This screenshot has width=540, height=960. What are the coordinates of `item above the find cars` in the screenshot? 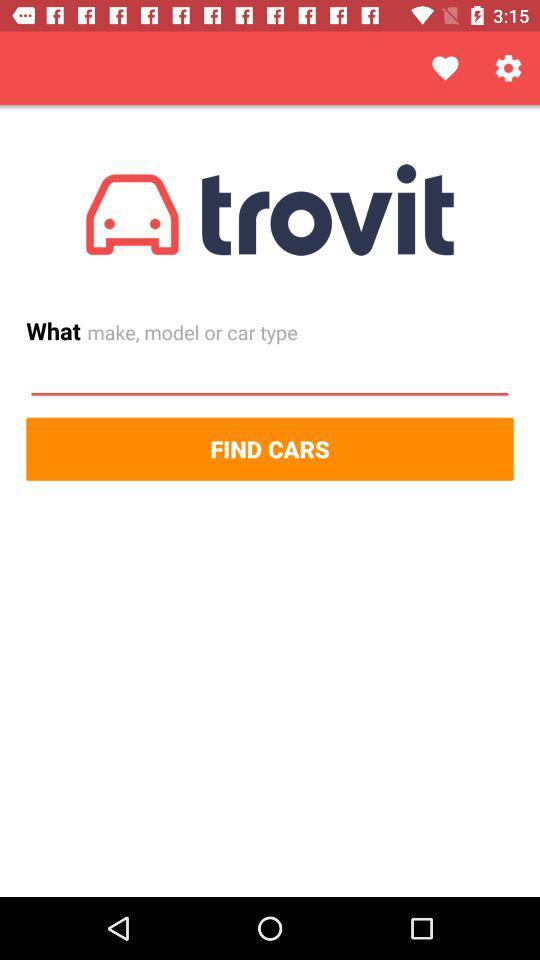 It's located at (270, 374).